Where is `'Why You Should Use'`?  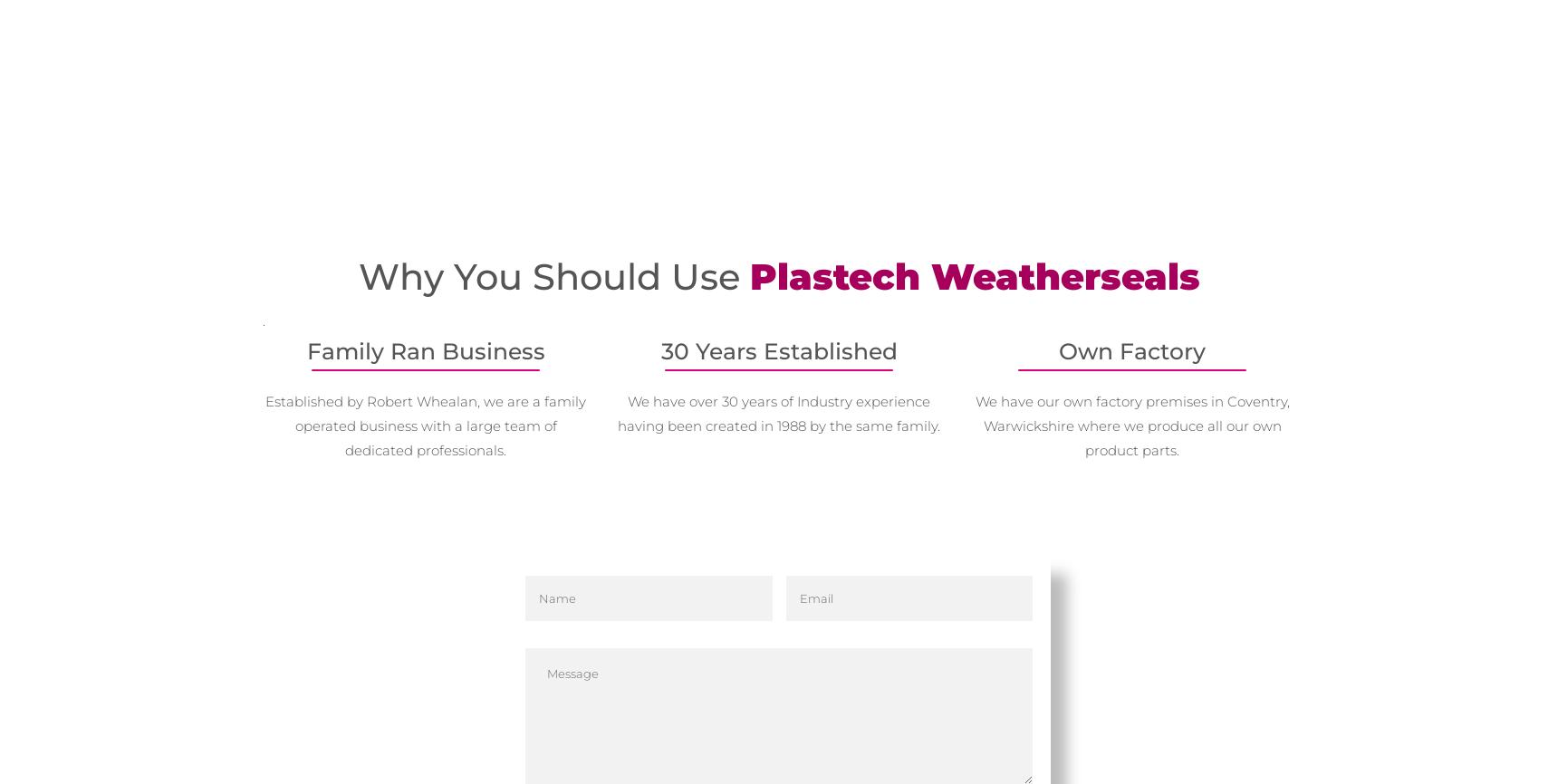 'Why You Should Use' is located at coordinates (358, 275).